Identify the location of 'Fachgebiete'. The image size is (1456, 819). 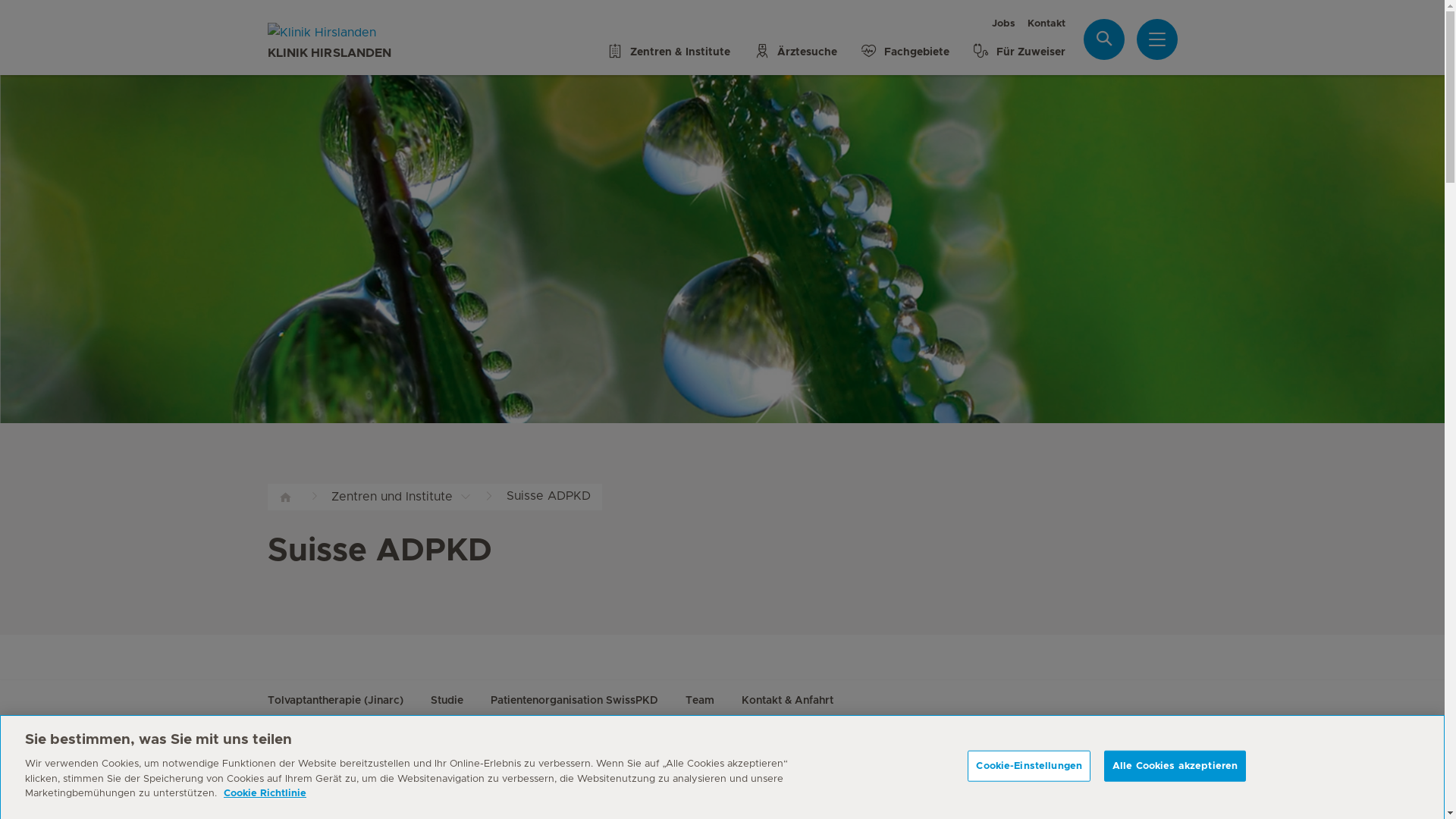
(905, 45).